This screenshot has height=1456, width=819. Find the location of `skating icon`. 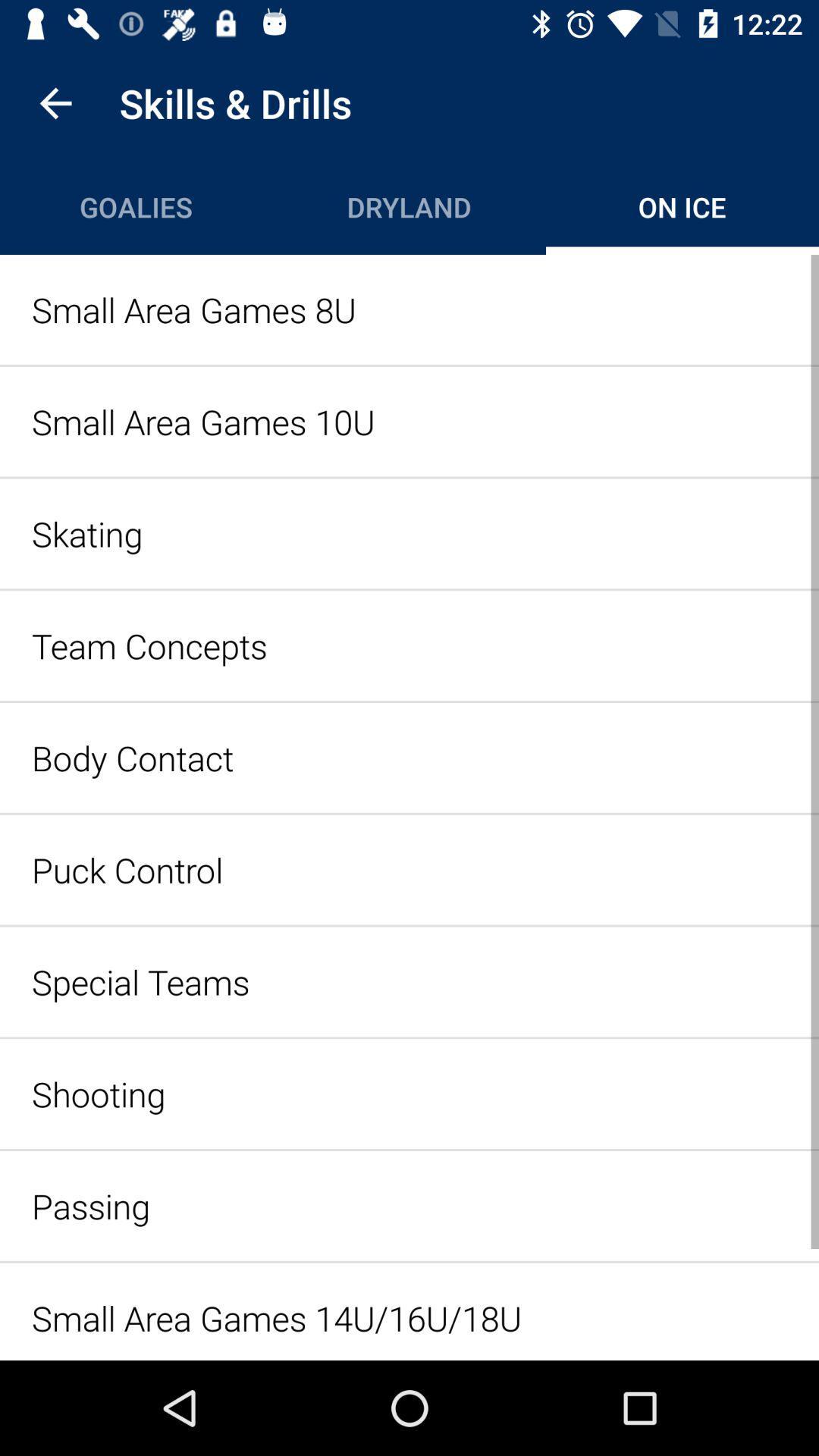

skating icon is located at coordinates (409, 533).